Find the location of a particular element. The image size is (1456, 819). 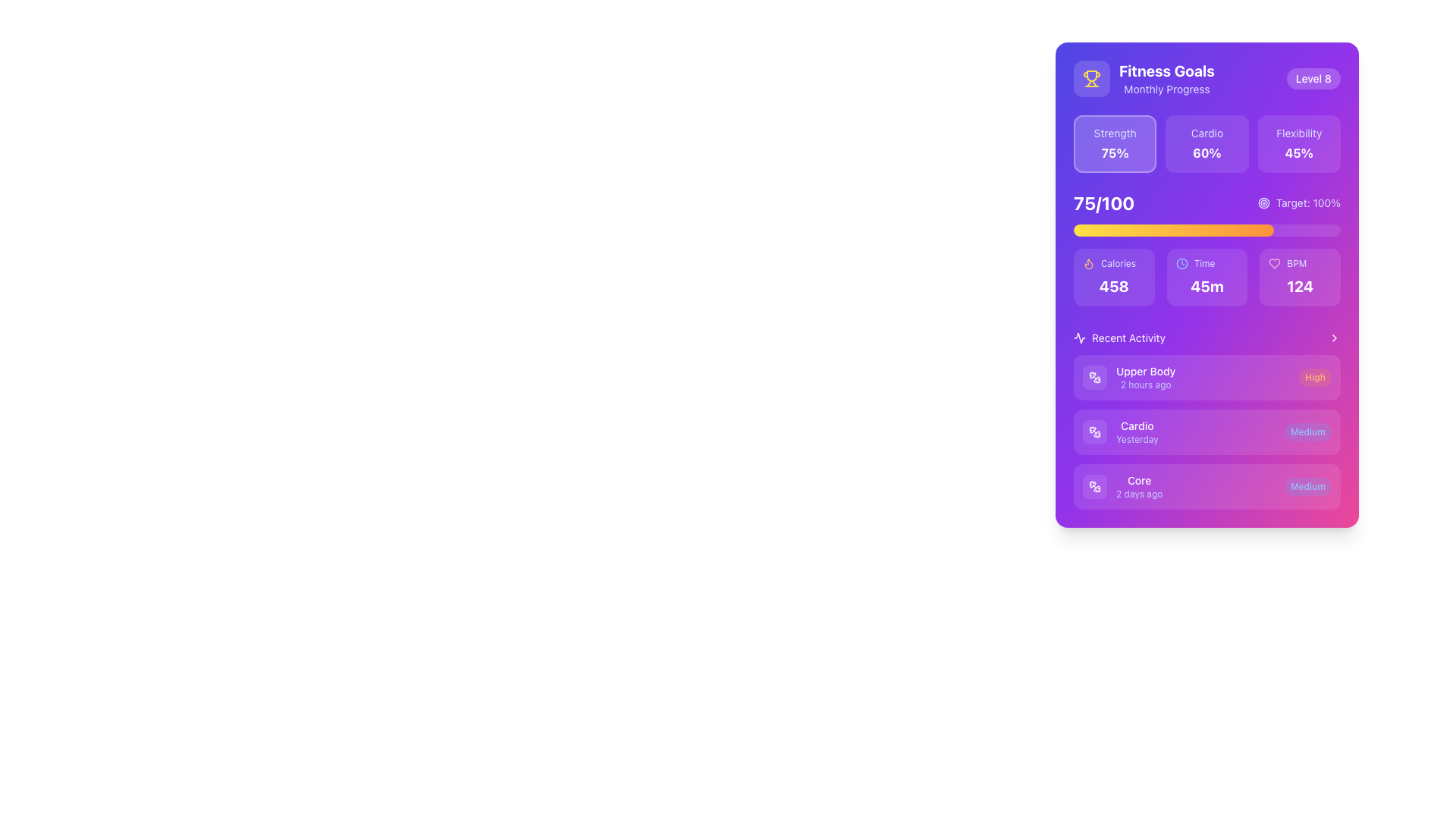

the 'Calories' icon that symbolizes a flame, indicating energy expenditure, located to the left of the 'Calories' text and above the number '458' is located at coordinates (1087, 262).